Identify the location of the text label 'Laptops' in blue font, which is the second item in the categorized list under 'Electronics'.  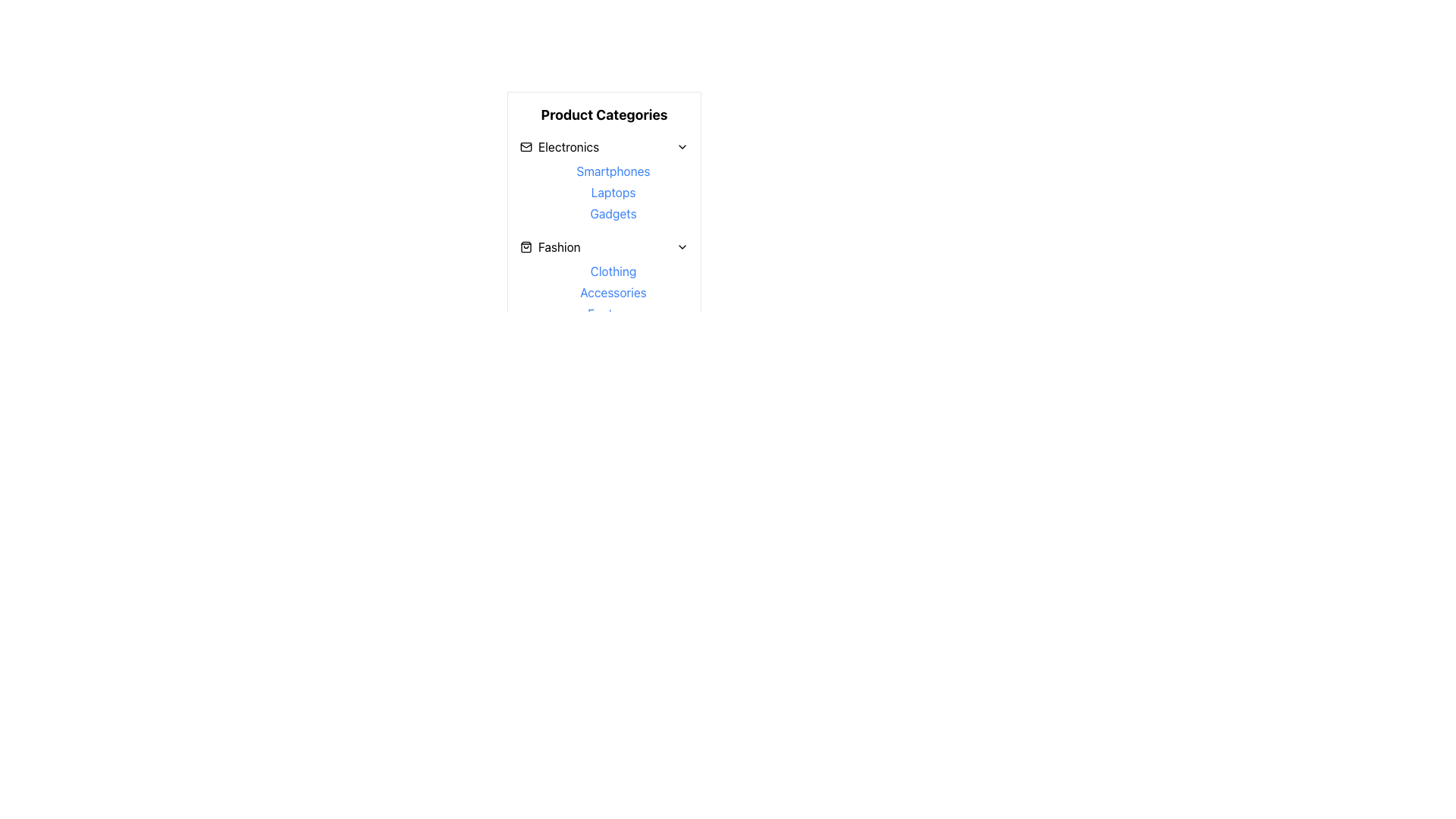
(613, 192).